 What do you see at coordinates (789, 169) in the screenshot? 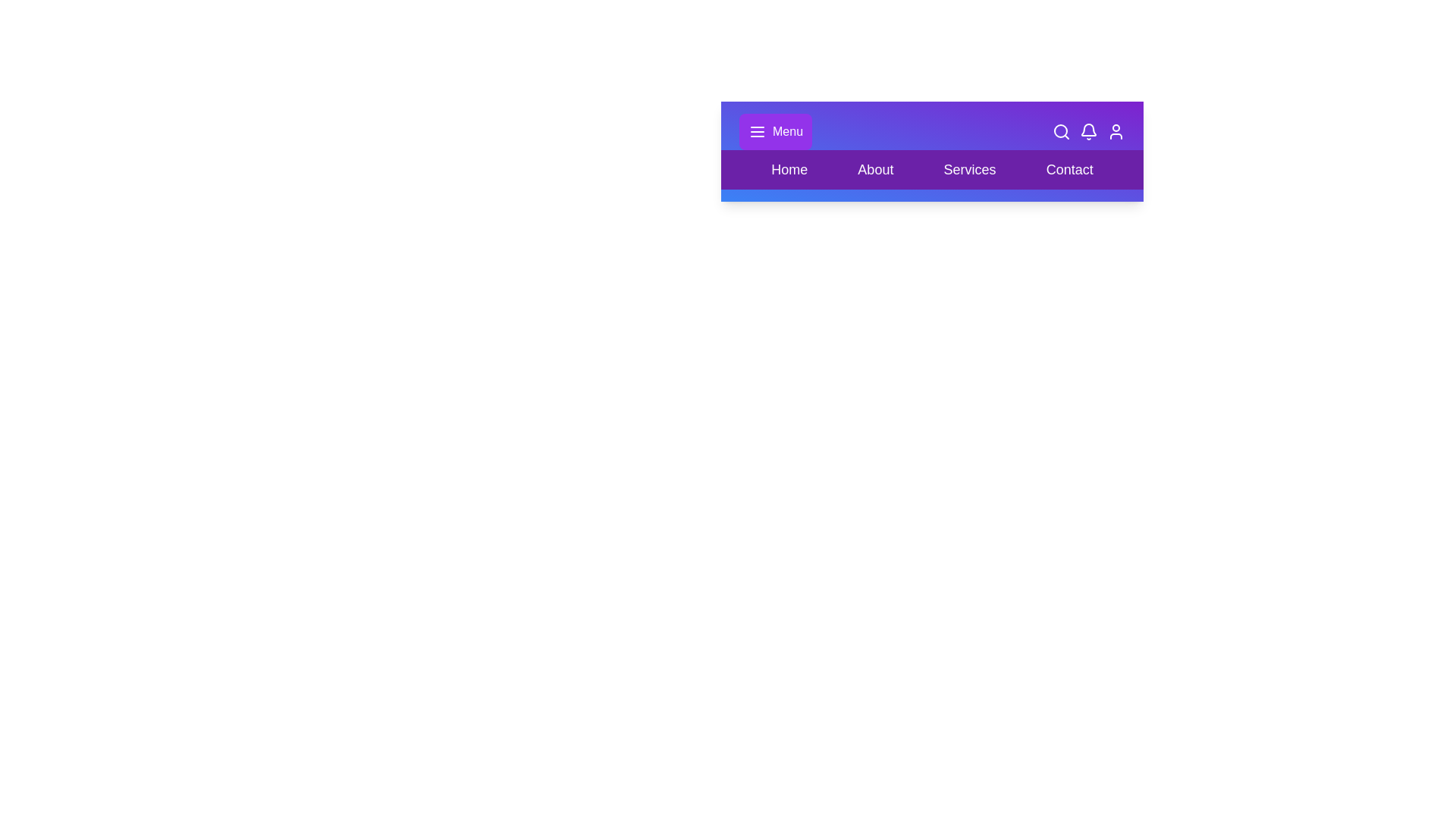
I see `the element Home to highlight it` at bounding box center [789, 169].